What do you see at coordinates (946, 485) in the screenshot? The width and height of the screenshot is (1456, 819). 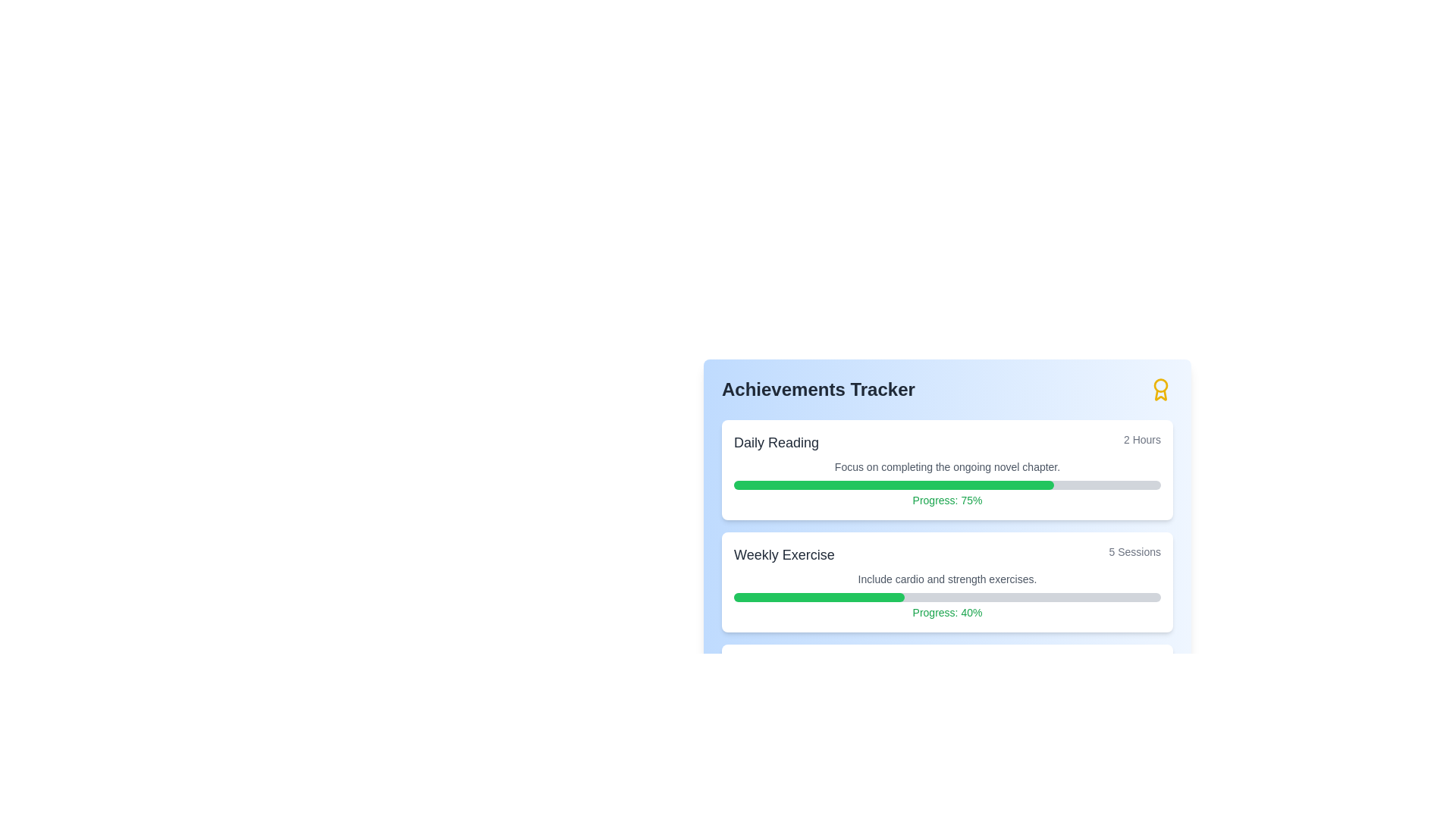 I see `the progress bar indicating 'Progress: 75%' within the 'Daily Reading' card, which is part of the 'Achievements Tracker' section` at bounding box center [946, 485].